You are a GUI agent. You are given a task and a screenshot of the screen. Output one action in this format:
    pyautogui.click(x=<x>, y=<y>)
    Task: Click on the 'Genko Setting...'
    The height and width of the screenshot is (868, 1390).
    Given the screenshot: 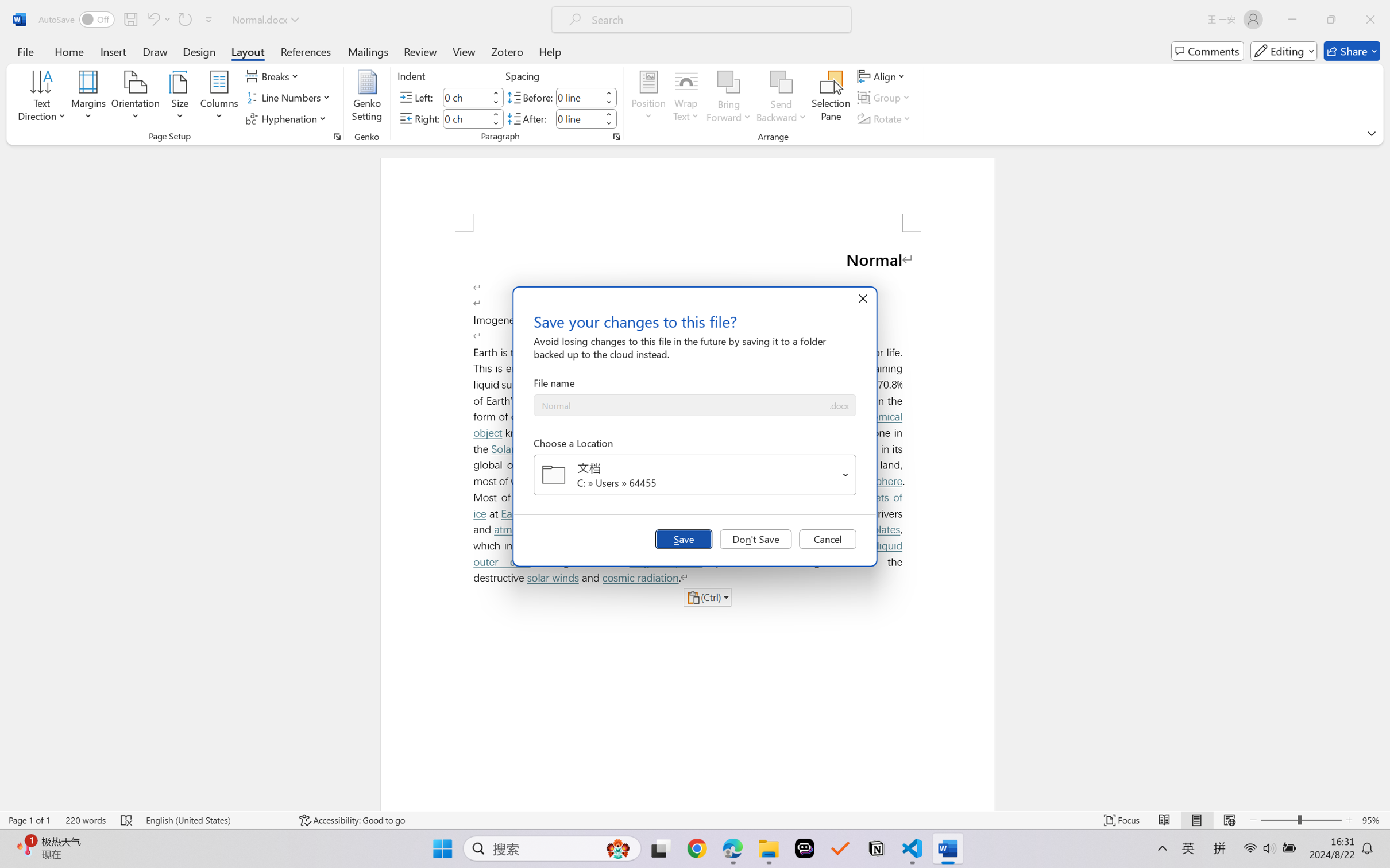 What is the action you would take?
    pyautogui.click(x=368, y=98)
    